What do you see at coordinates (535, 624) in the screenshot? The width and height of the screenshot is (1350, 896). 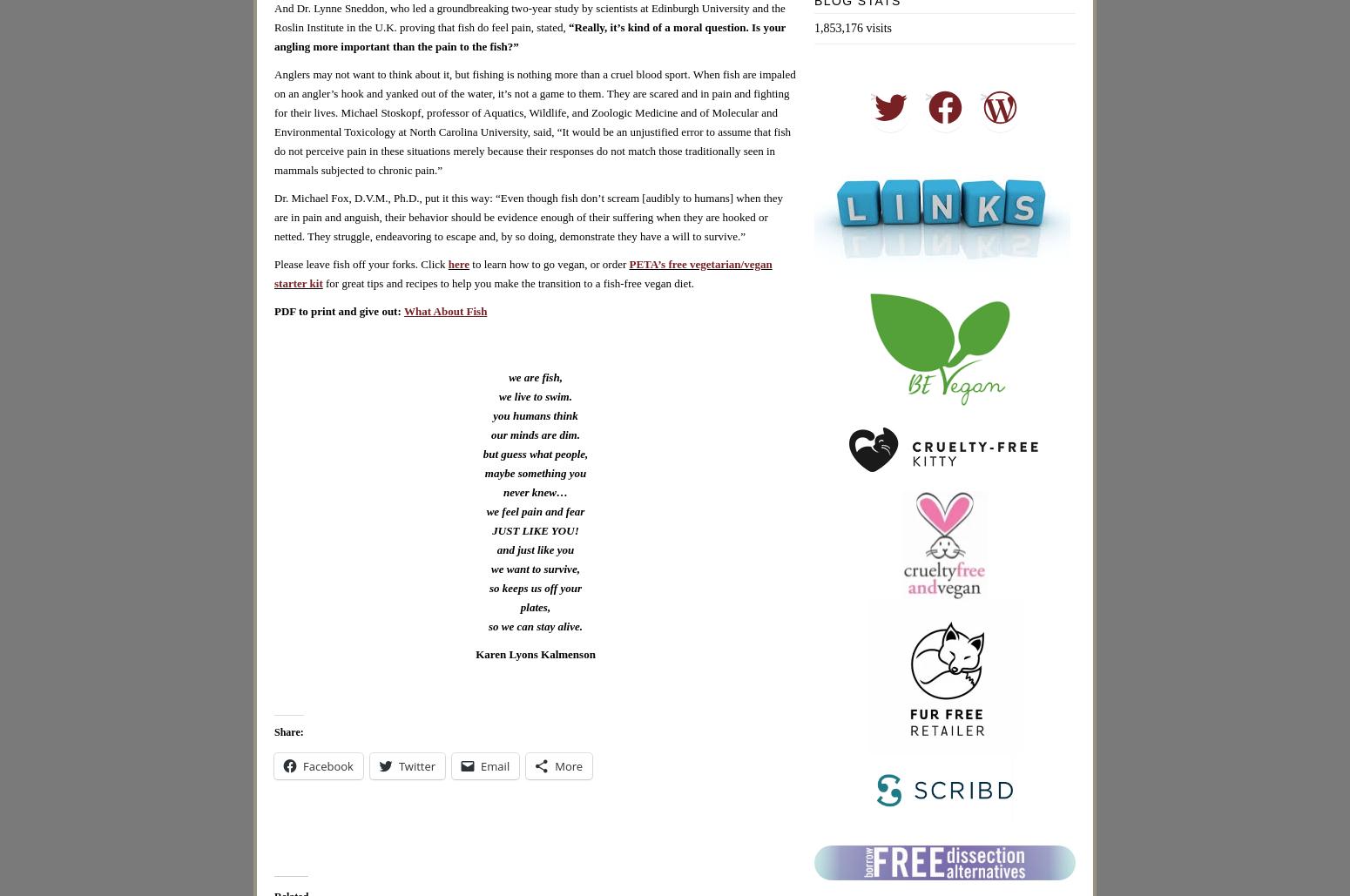 I see `'so we can stay alive.'` at bounding box center [535, 624].